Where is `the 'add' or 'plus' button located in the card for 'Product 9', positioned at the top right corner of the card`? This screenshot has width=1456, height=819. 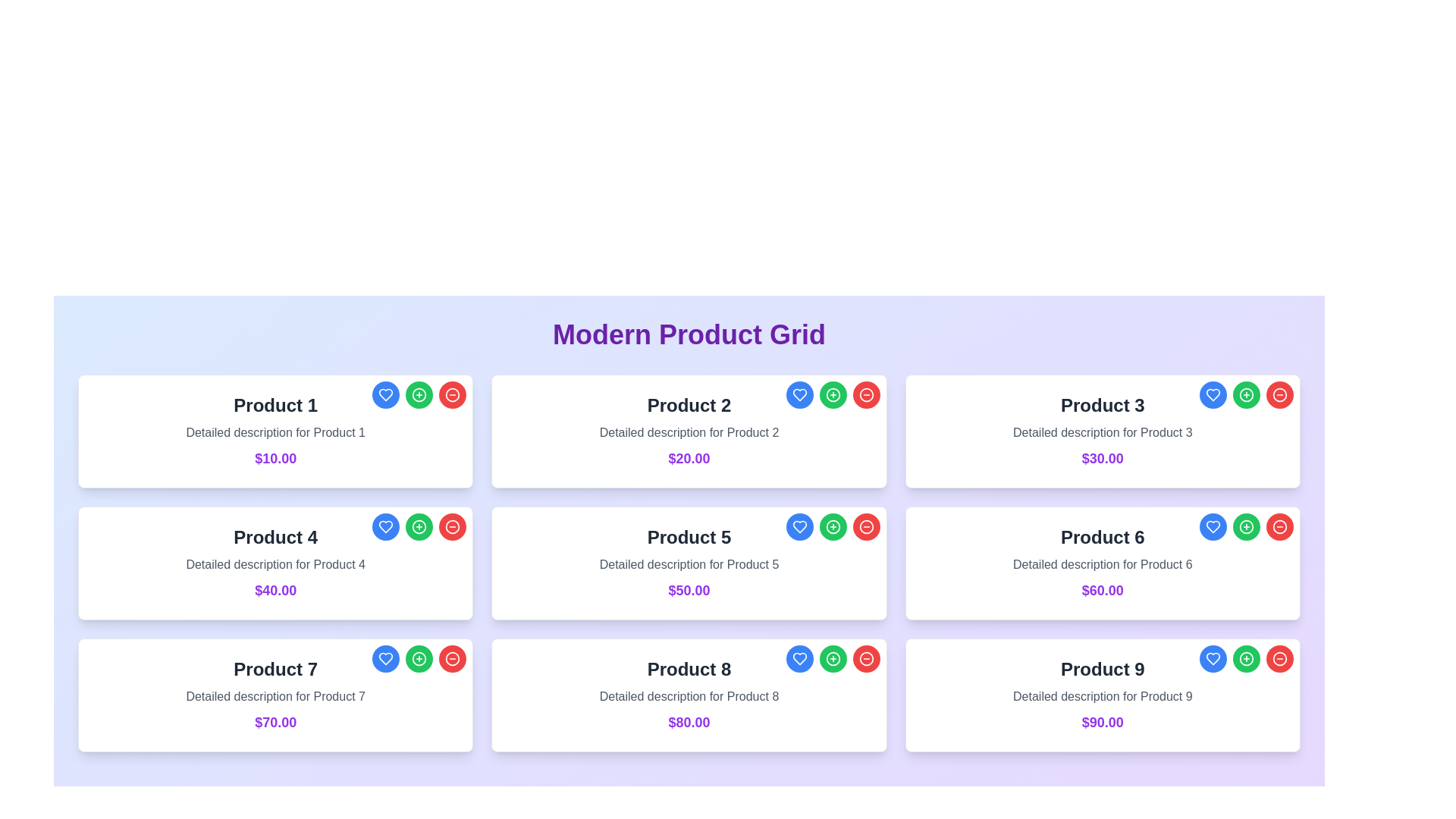
the 'add' or 'plus' button located in the card for 'Product 9', positioned at the top right corner of the card is located at coordinates (1246, 657).